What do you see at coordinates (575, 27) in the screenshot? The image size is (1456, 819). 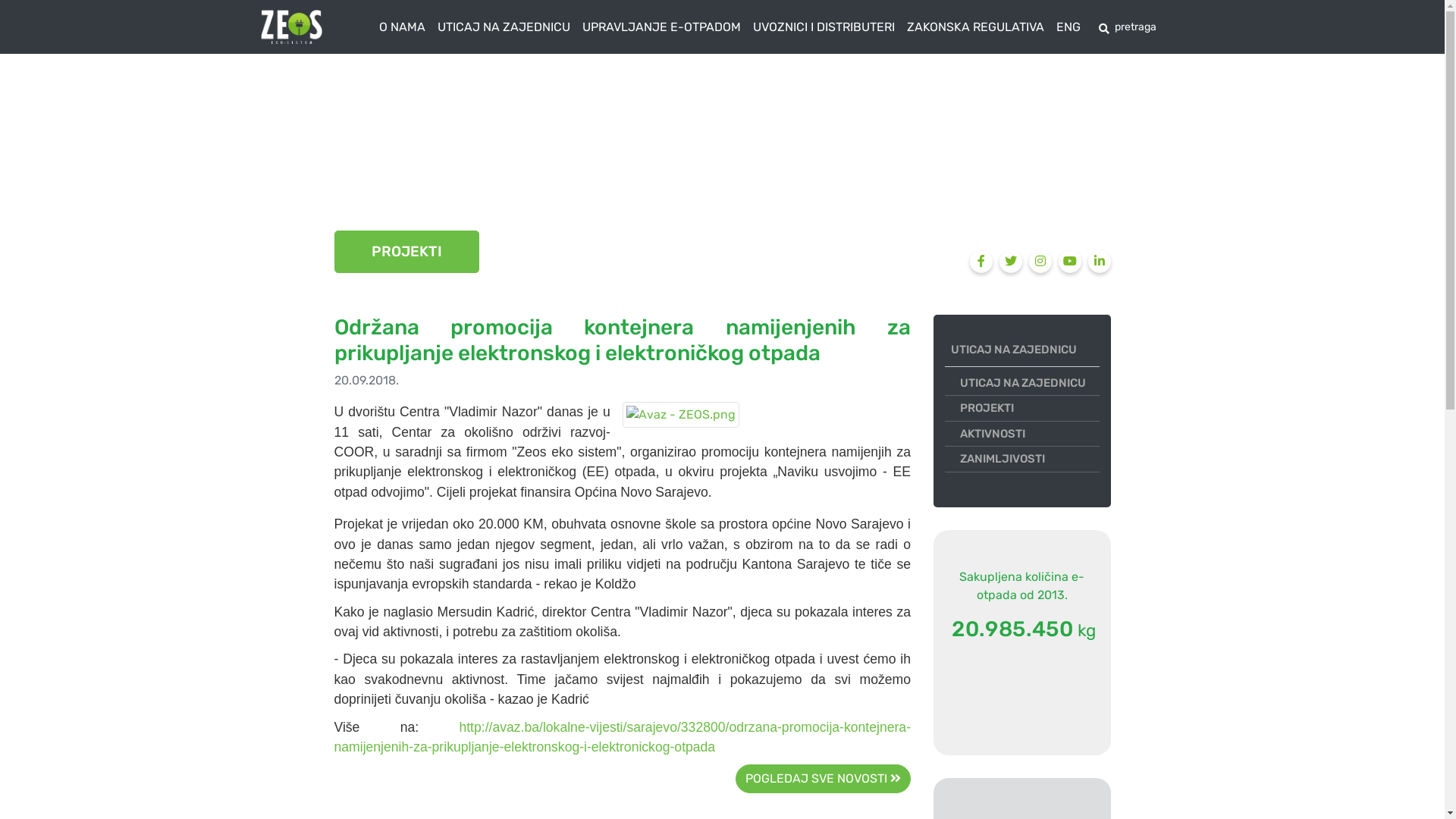 I see `'UPRAVLJANJE E-OTPADOM'` at bounding box center [575, 27].